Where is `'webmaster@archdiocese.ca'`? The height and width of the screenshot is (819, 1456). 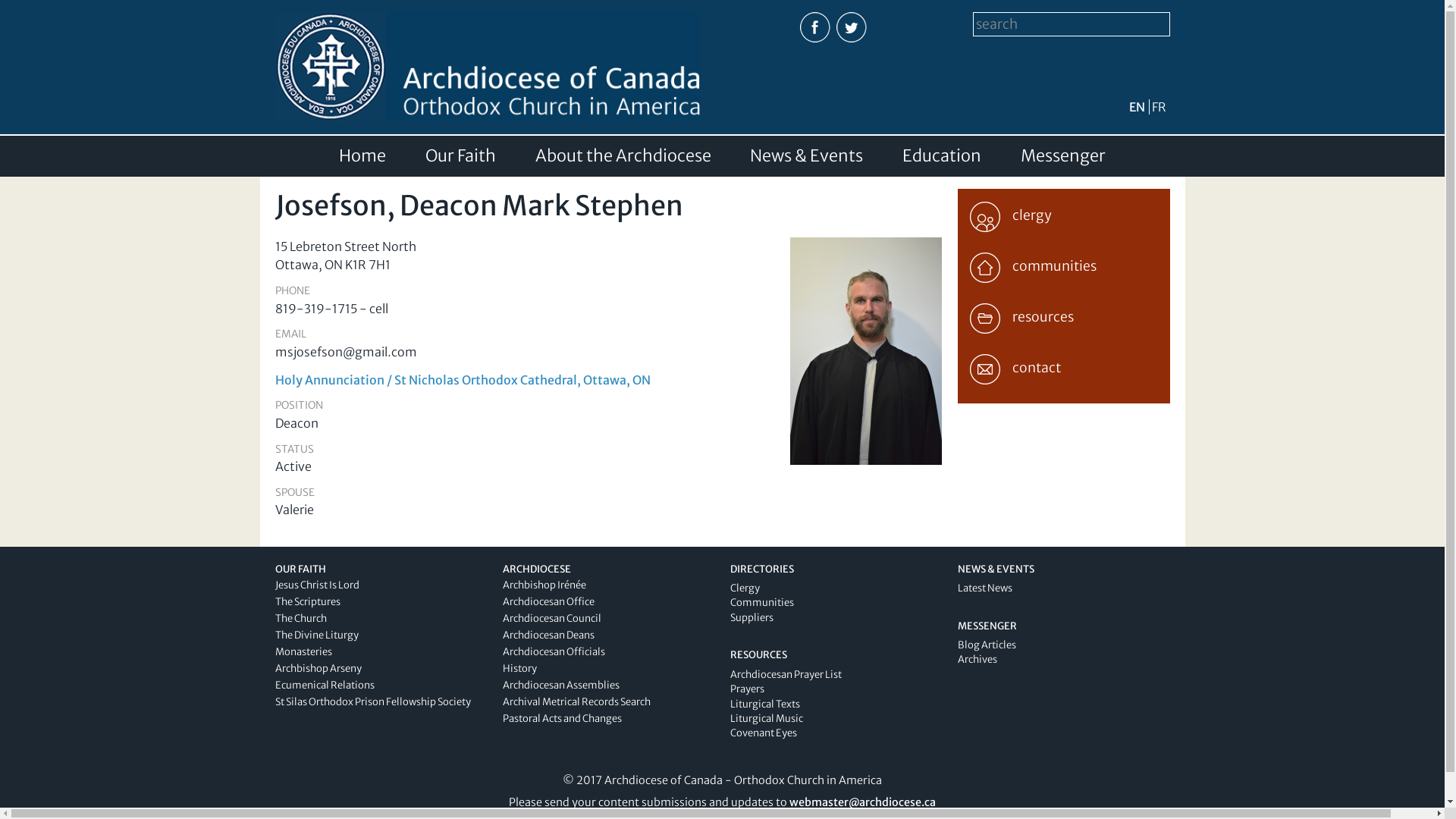 'webmaster@archdiocese.ca' is located at coordinates (862, 801).